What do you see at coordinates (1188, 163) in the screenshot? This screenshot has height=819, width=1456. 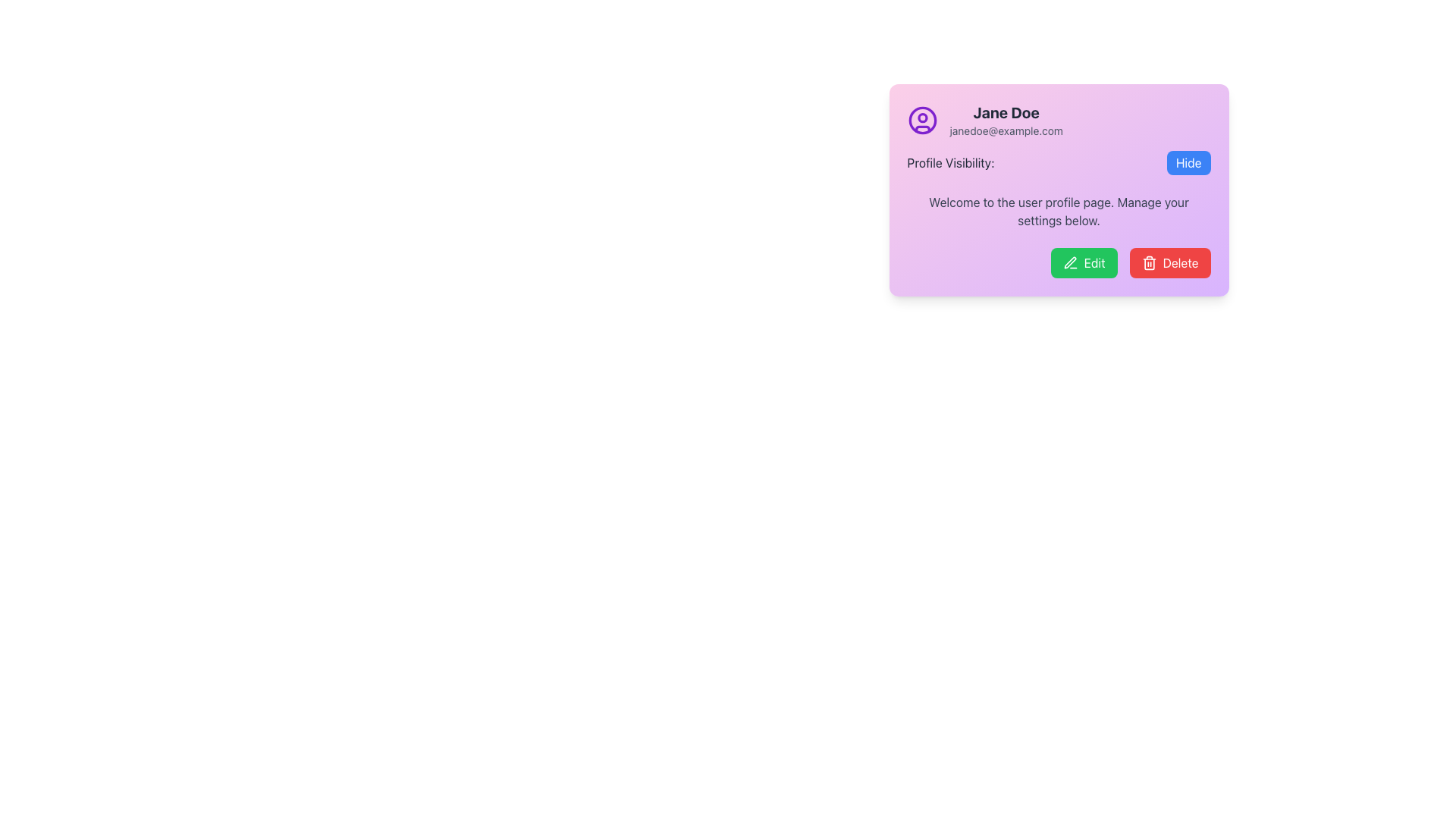 I see `the button` at bounding box center [1188, 163].